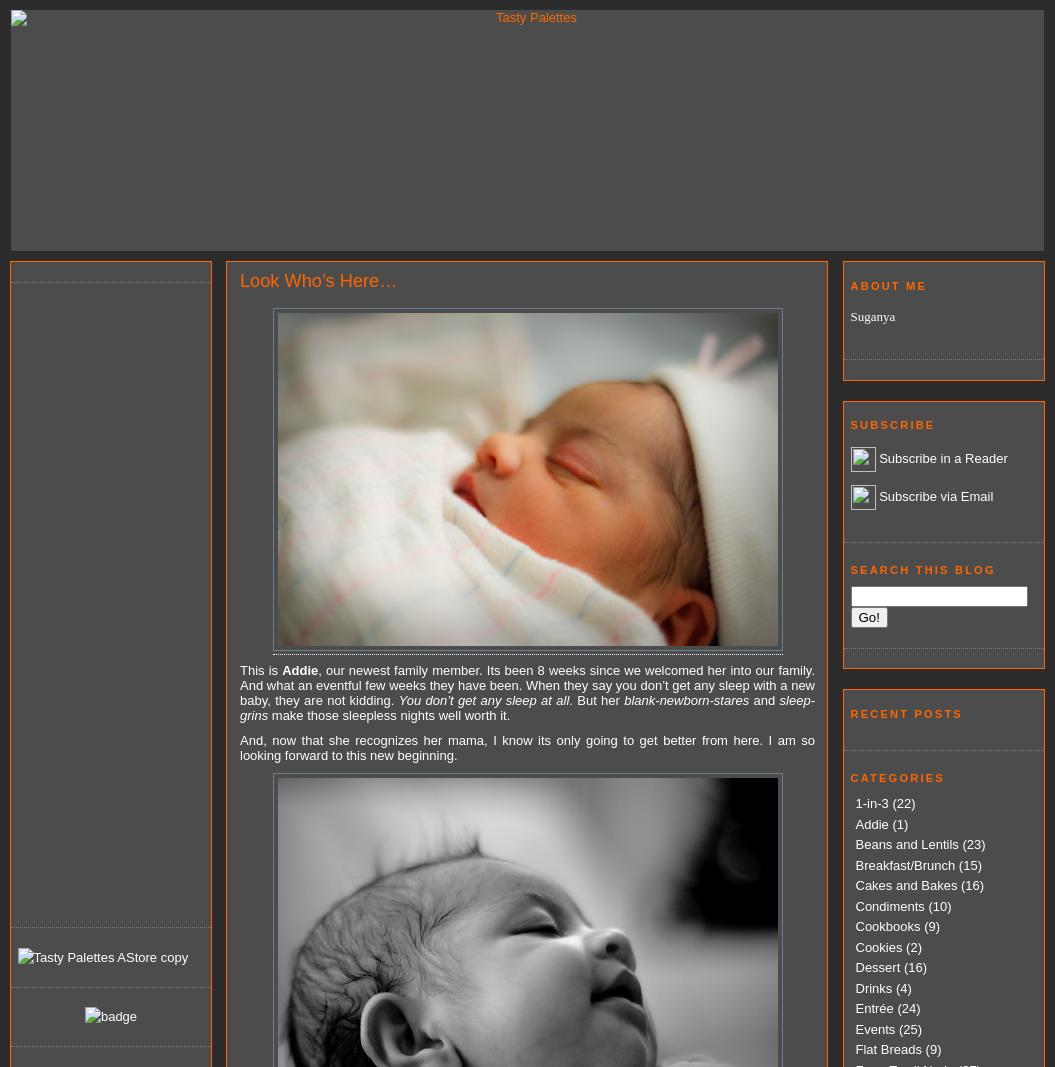  What do you see at coordinates (907, 1008) in the screenshot?
I see `'(24)'` at bounding box center [907, 1008].